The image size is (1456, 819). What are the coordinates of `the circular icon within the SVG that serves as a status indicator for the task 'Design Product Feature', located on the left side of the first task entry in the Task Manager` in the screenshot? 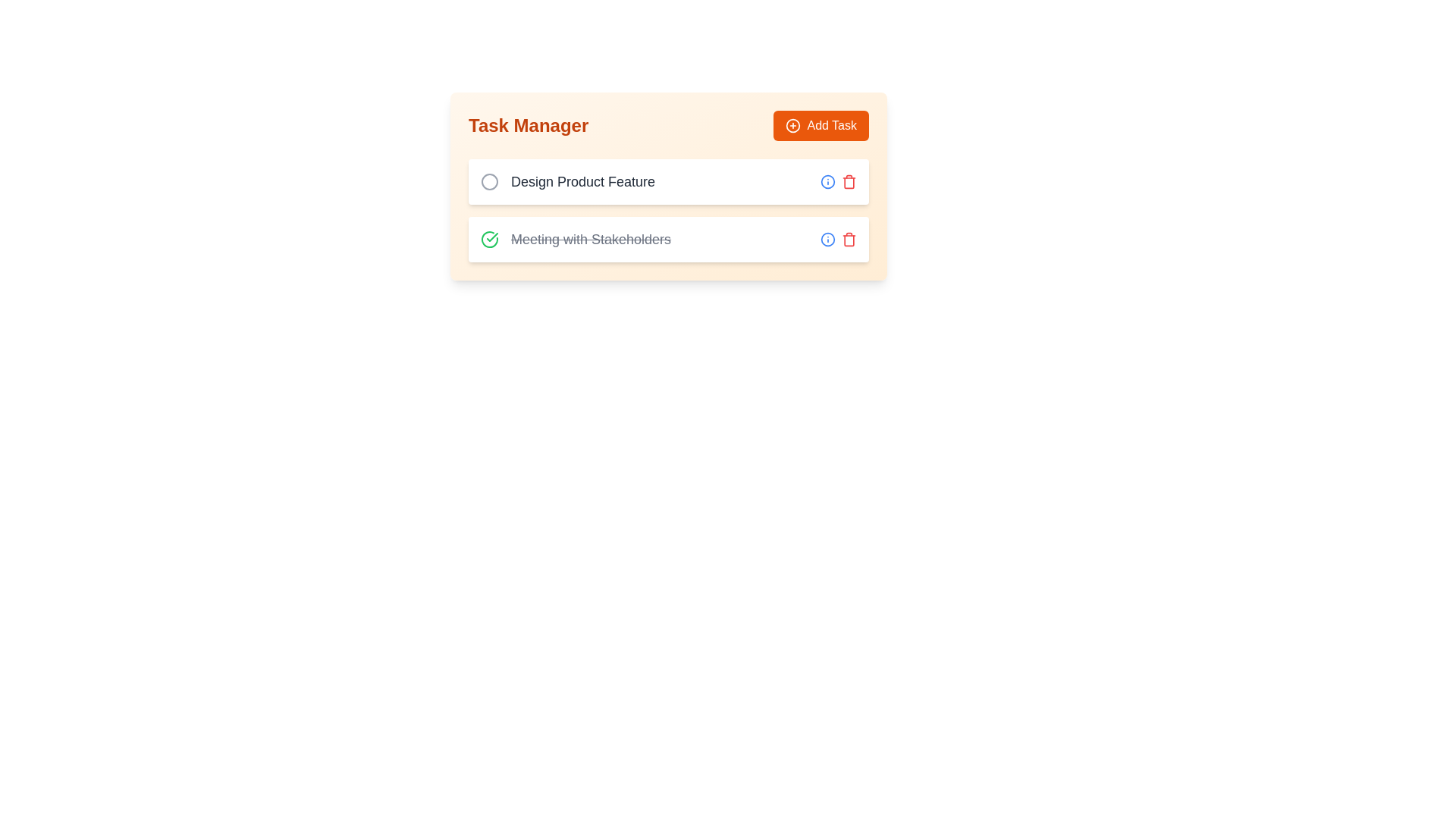 It's located at (490, 180).